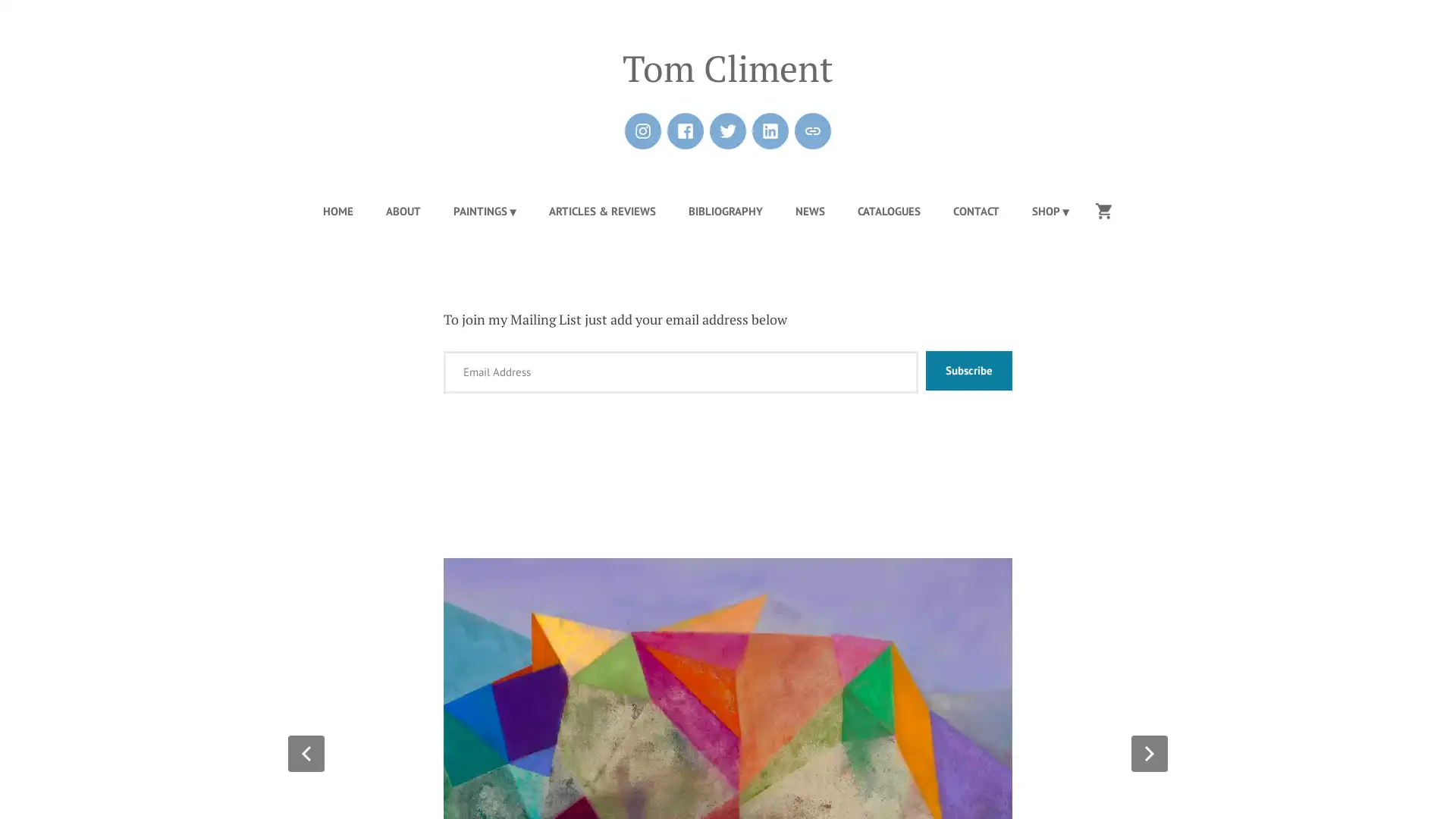 This screenshot has width=1456, height=819. What do you see at coordinates (1150, 752) in the screenshot?
I see `Next slide` at bounding box center [1150, 752].